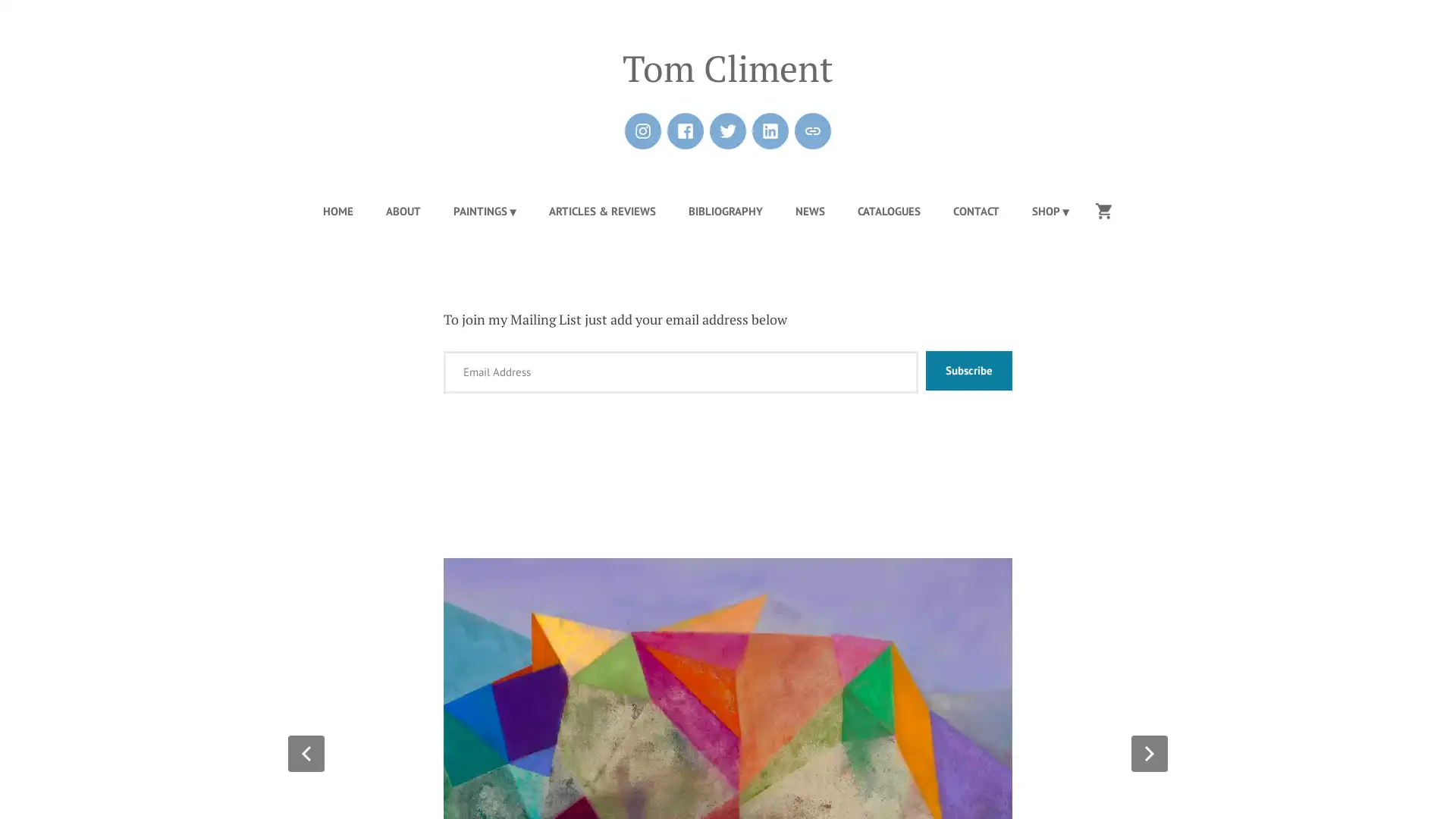 This screenshot has width=1456, height=819. What do you see at coordinates (1150, 752) in the screenshot?
I see `Next slide` at bounding box center [1150, 752].